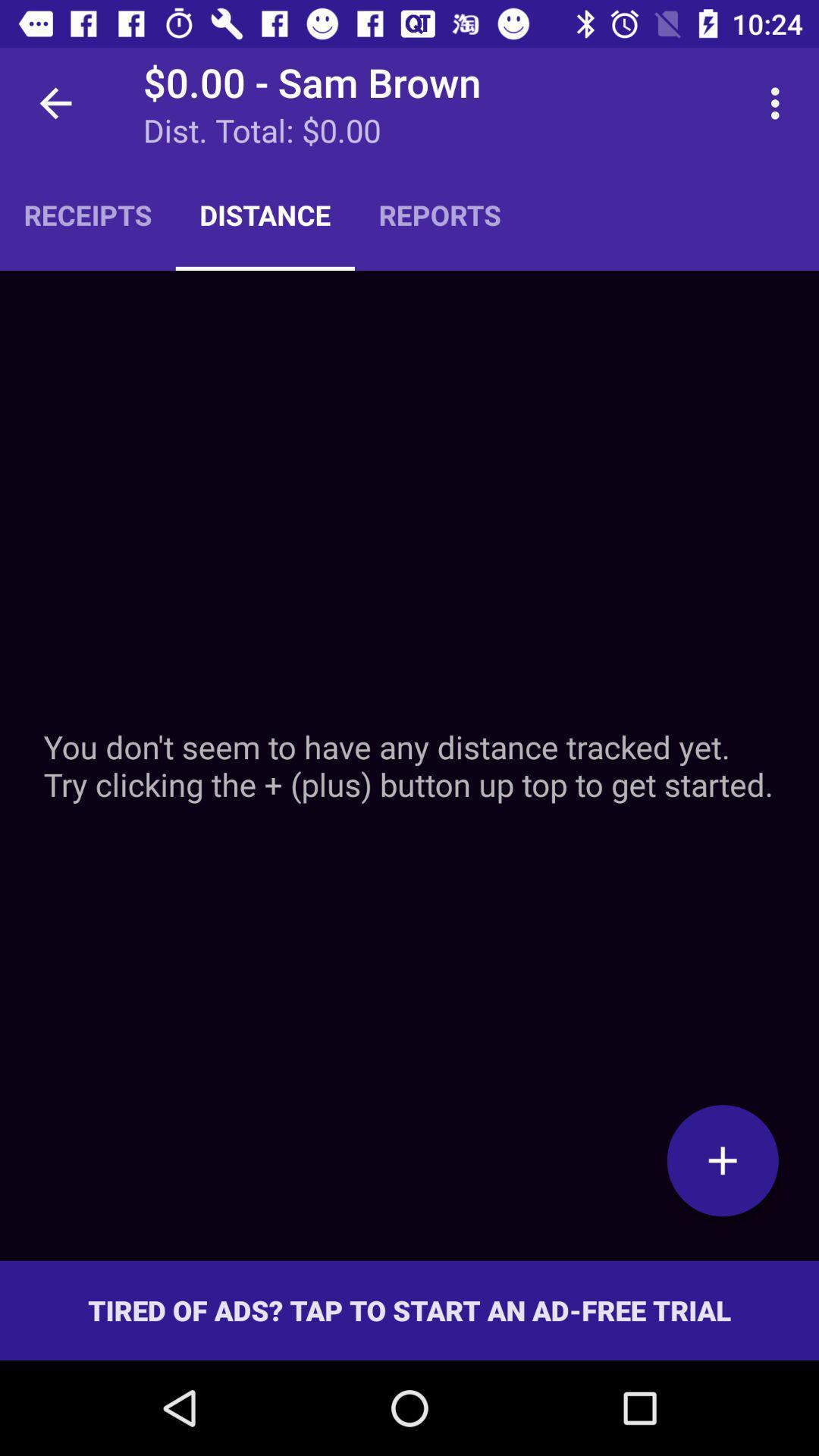 This screenshot has width=819, height=1456. I want to click on the item above you don t, so click(440, 214).